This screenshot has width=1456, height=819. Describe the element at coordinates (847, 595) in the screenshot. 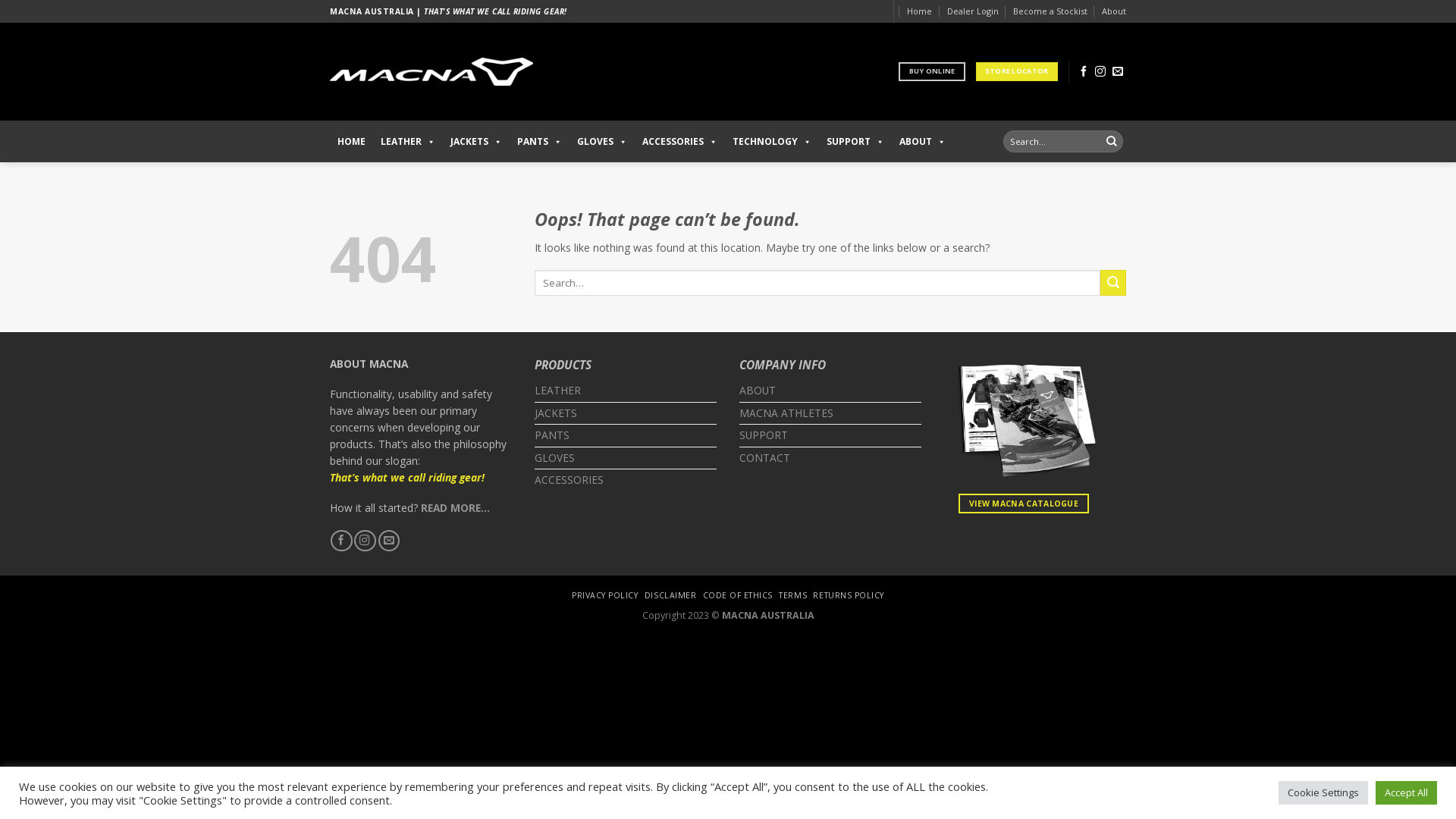

I see `'RETURNS POLICY'` at that location.